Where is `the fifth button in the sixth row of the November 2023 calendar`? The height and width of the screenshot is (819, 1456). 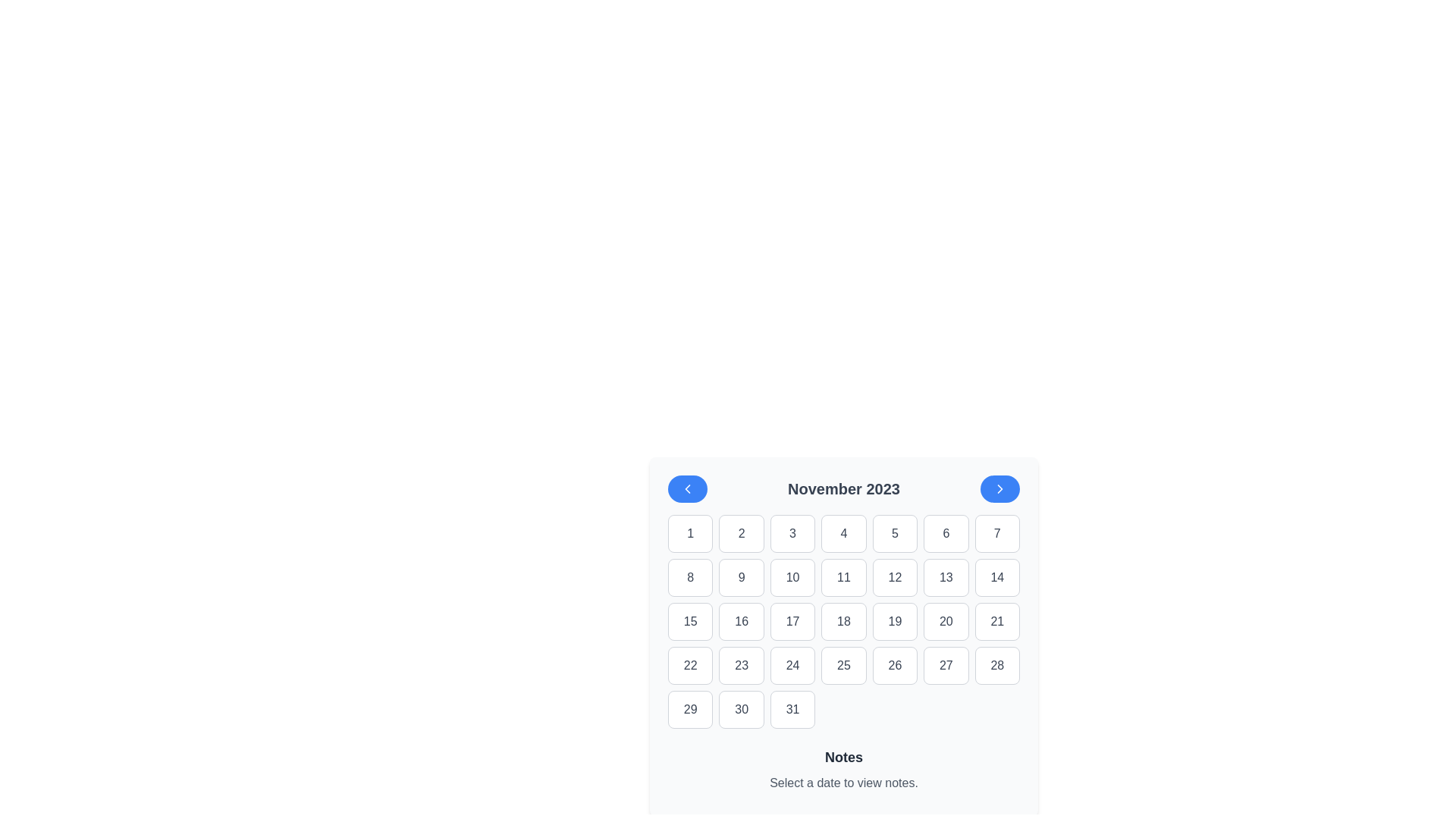
the fifth button in the sixth row of the November 2023 calendar is located at coordinates (945, 665).